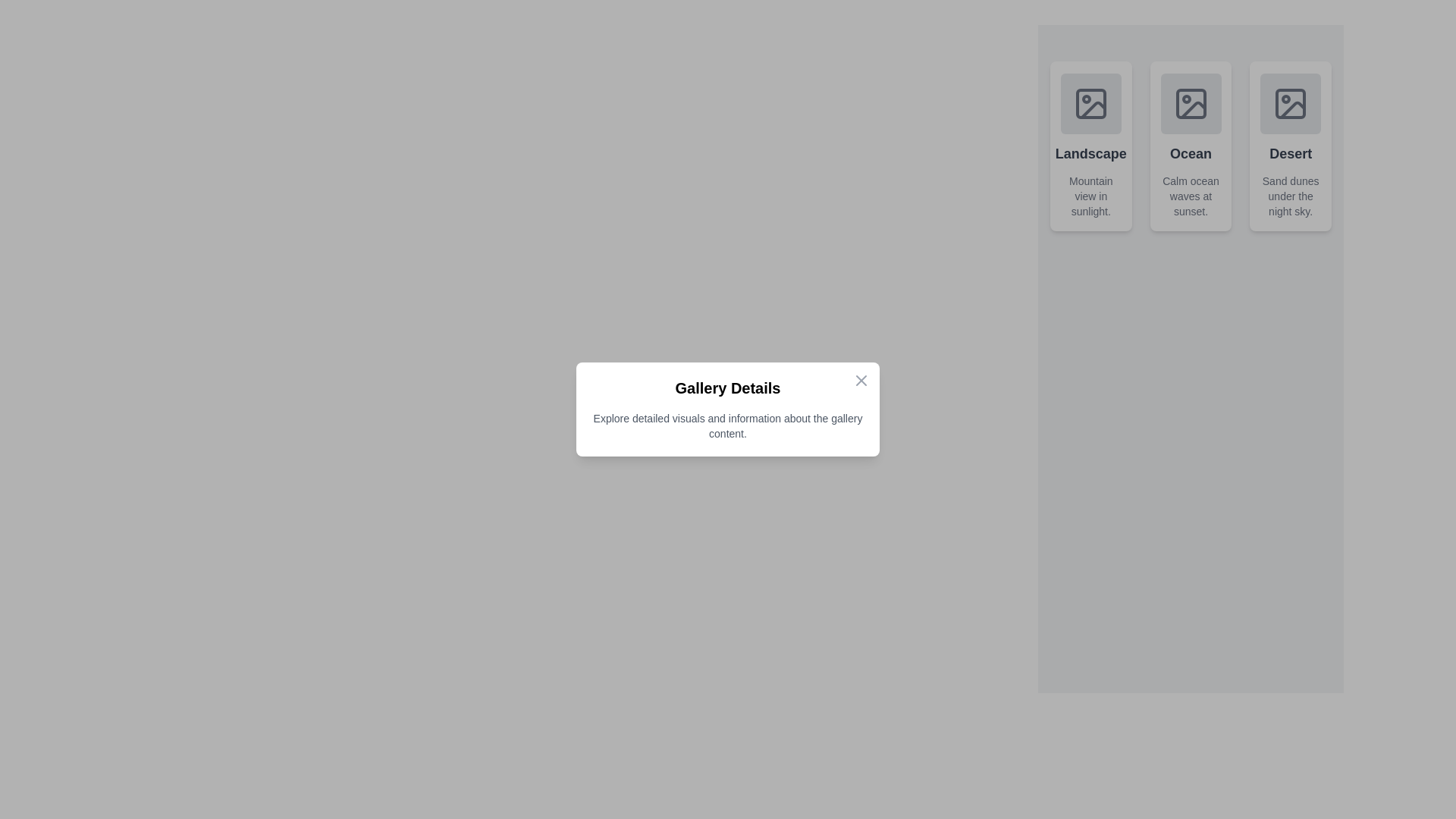 The image size is (1456, 819). Describe the element at coordinates (1290, 146) in the screenshot. I see `the 'Desert' card element, which features an icon, a title labeled 'Desert', and descriptive text 'Sand dunes under the night sky.' This card is the third item in a grid layout` at that location.